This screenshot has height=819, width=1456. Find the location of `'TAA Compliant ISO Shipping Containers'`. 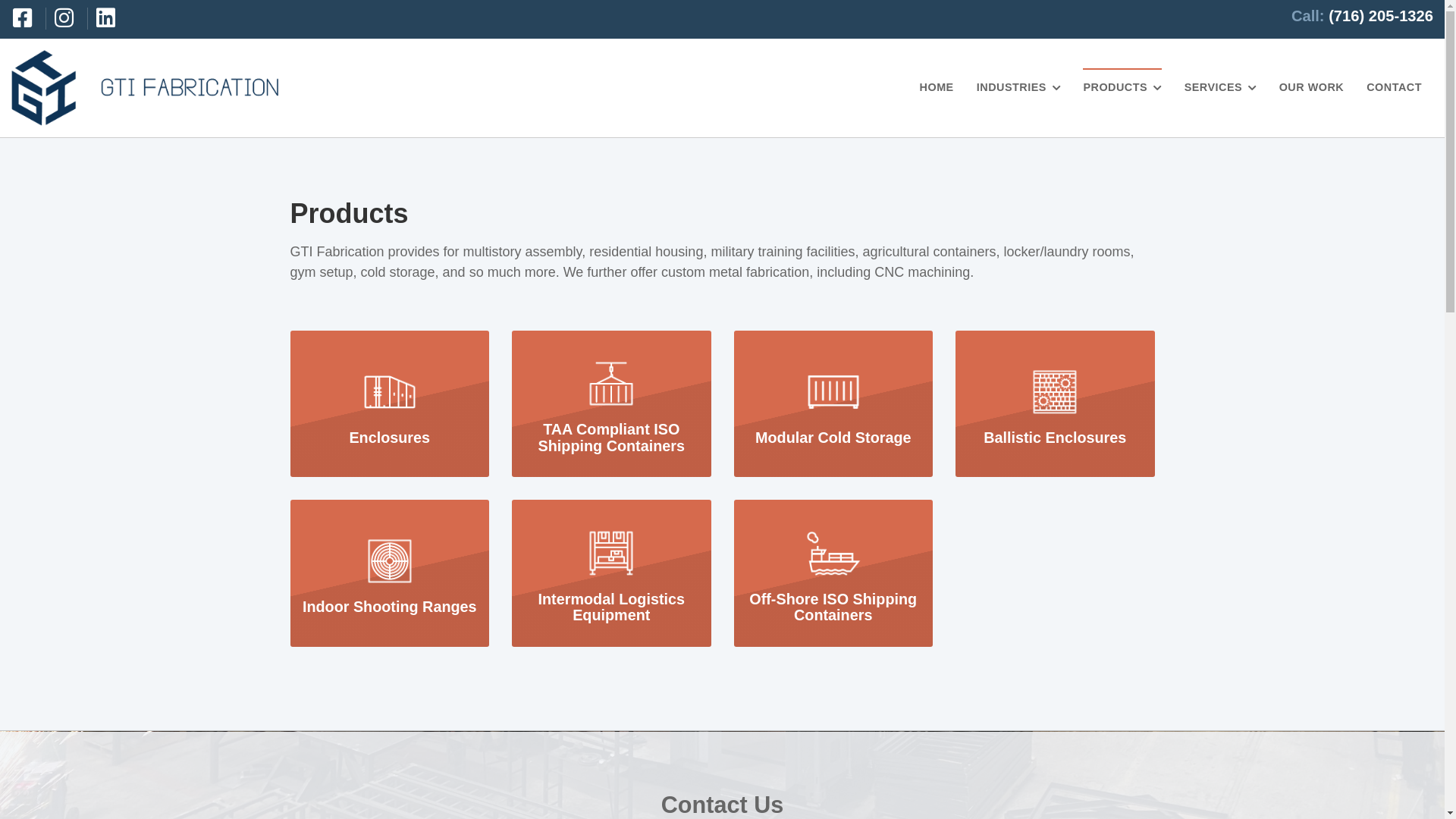

'TAA Compliant ISO Shipping Containers' is located at coordinates (611, 403).